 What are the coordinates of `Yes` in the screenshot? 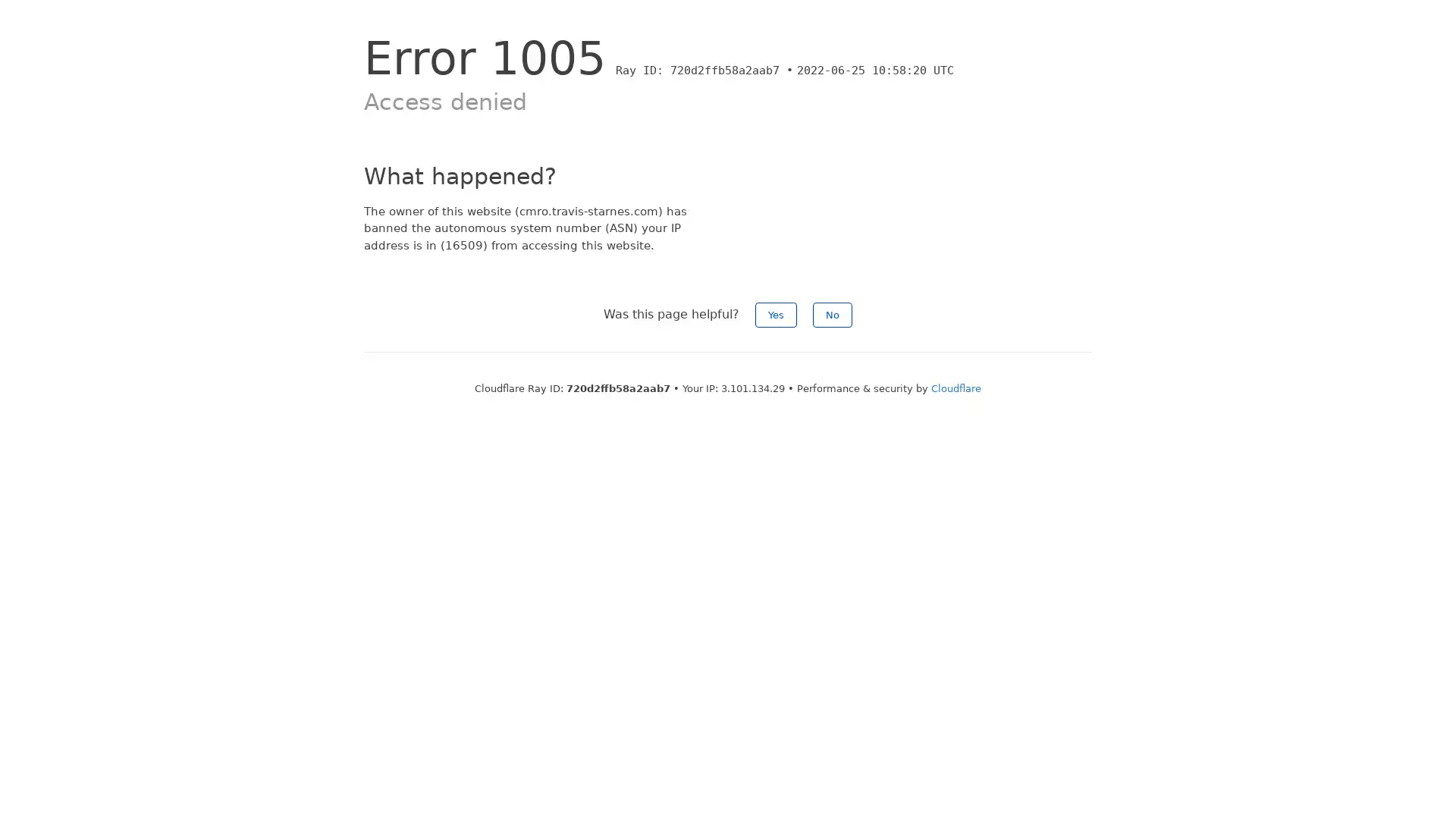 It's located at (776, 314).